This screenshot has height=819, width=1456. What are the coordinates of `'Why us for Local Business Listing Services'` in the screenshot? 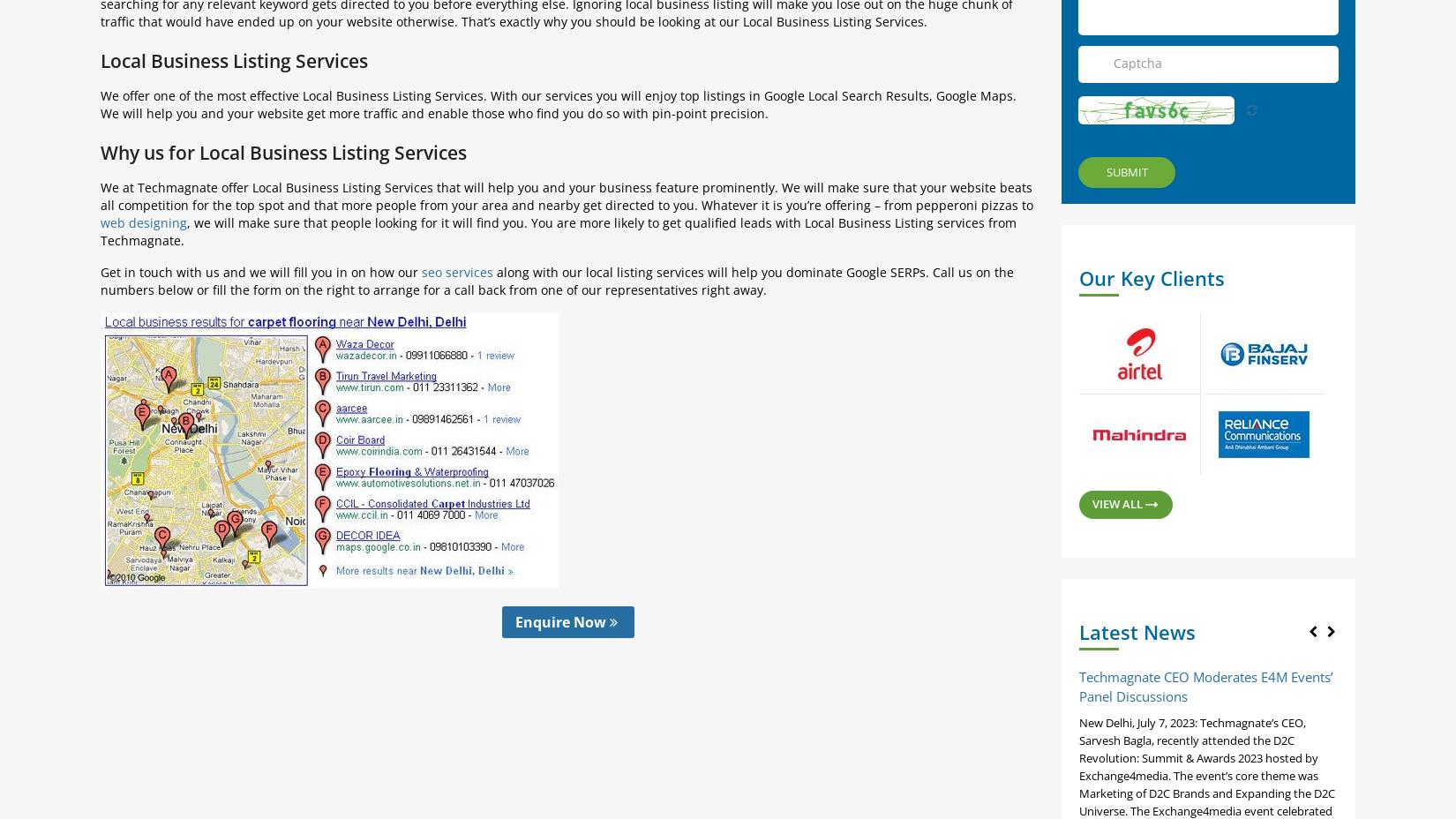 It's located at (283, 152).